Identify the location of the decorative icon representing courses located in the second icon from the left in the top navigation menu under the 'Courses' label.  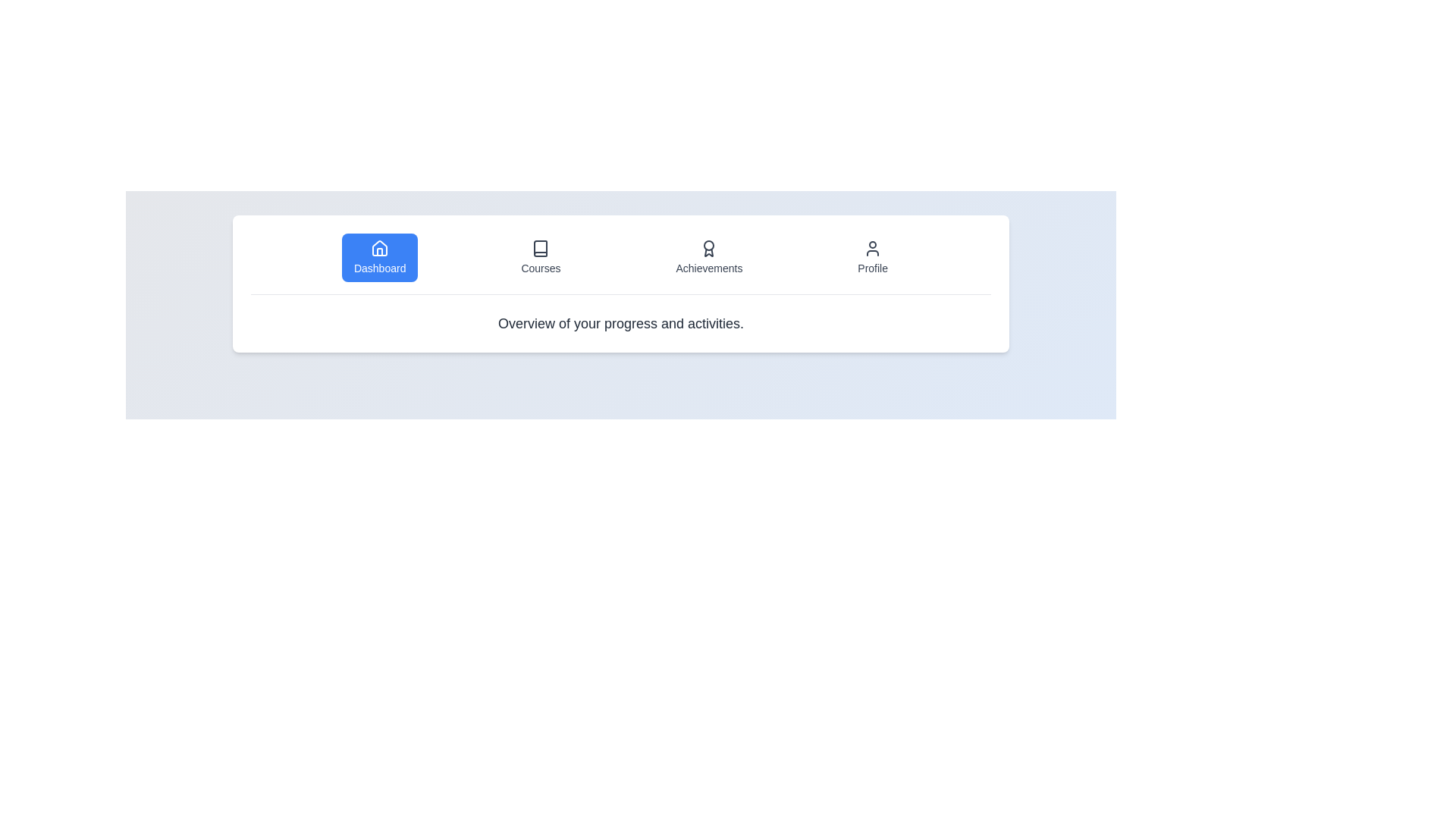
(541, 247).